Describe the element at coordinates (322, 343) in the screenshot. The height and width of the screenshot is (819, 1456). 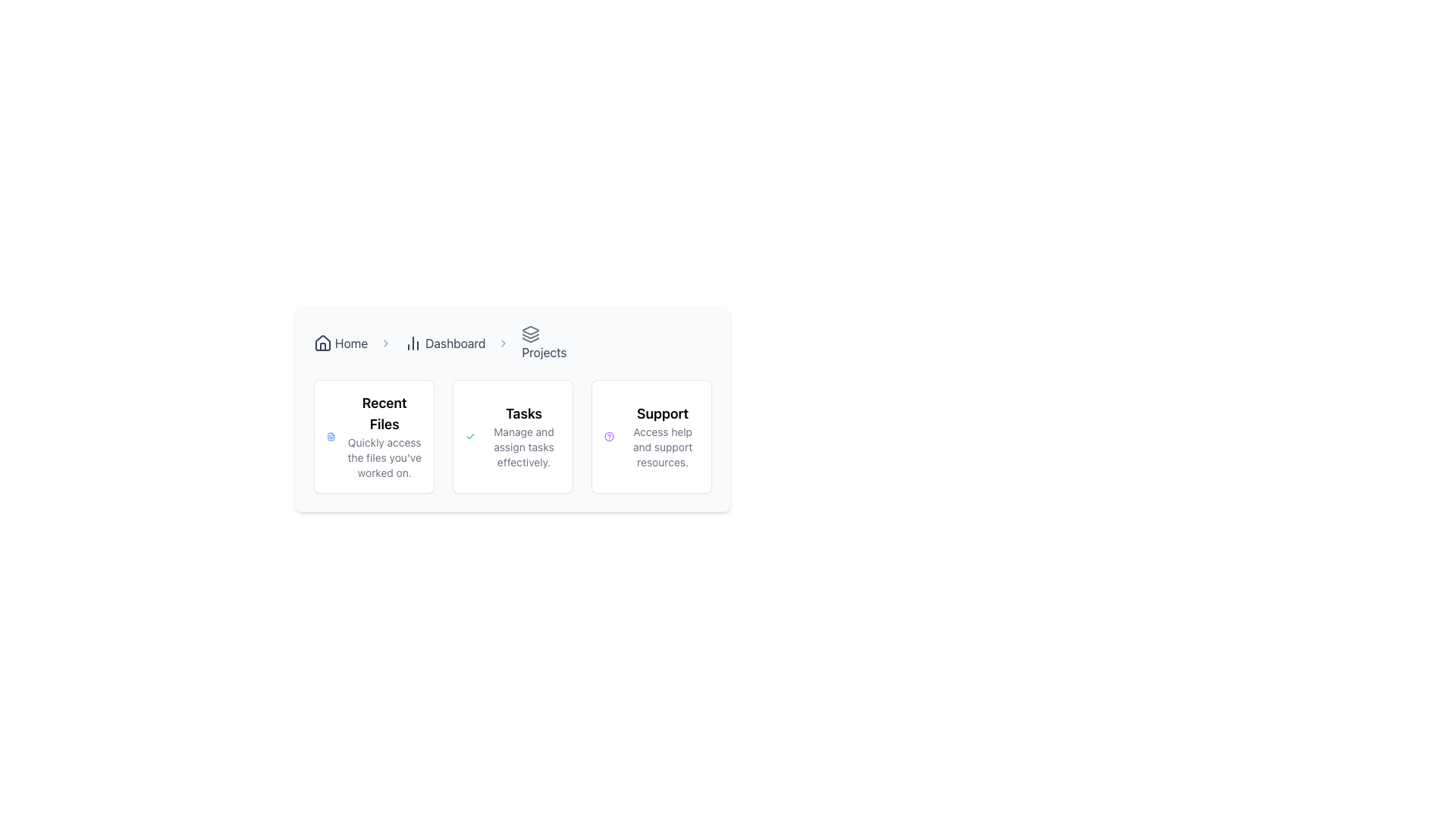
I see `the 'Home' navigation icon located in the leftmost position of the breadcrumb-style navigation bar at the top of the interface` at that location.